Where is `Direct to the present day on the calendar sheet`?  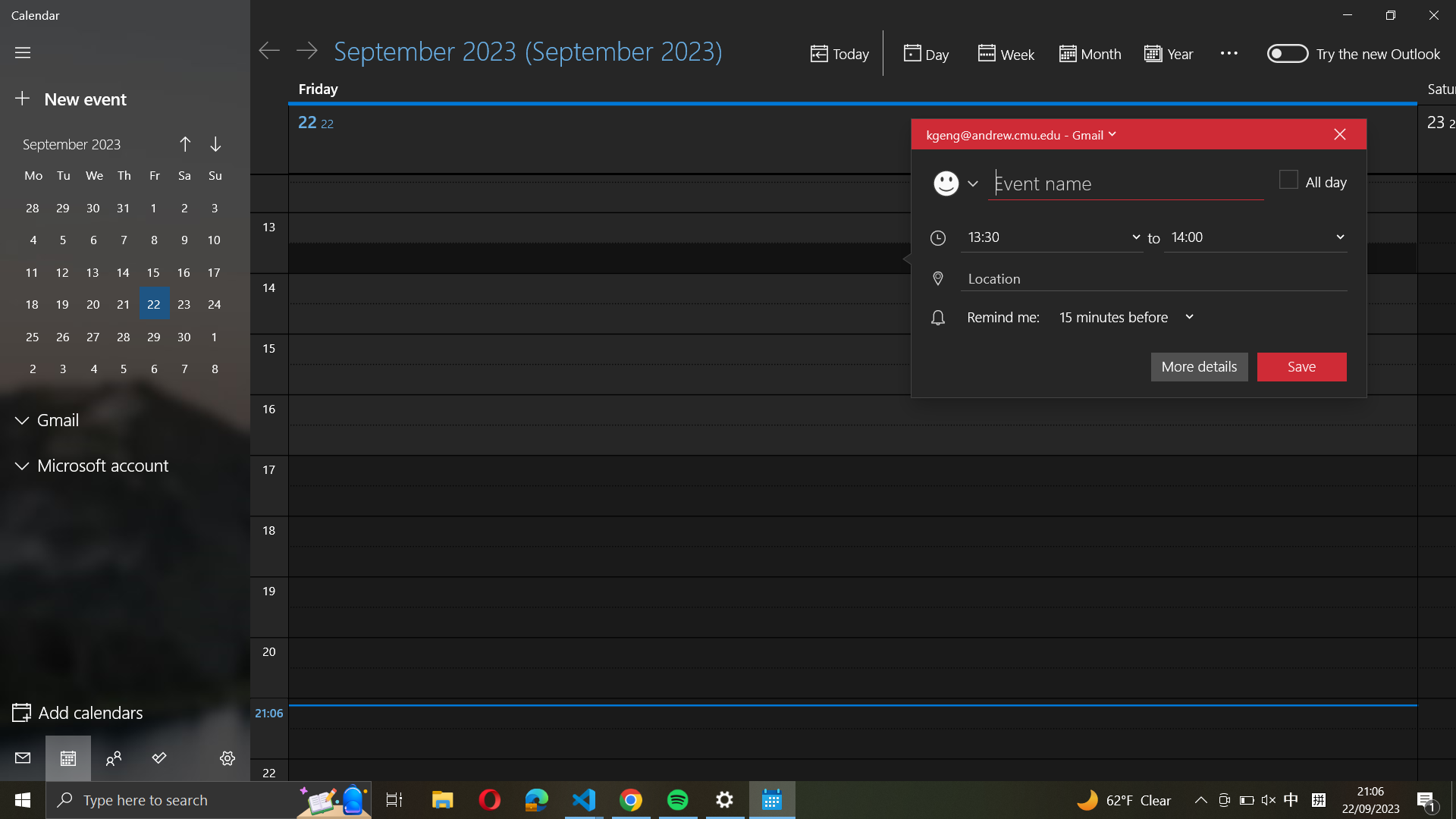 Direct to the present day on the calendar sheet is located at coordinates (838, 54).